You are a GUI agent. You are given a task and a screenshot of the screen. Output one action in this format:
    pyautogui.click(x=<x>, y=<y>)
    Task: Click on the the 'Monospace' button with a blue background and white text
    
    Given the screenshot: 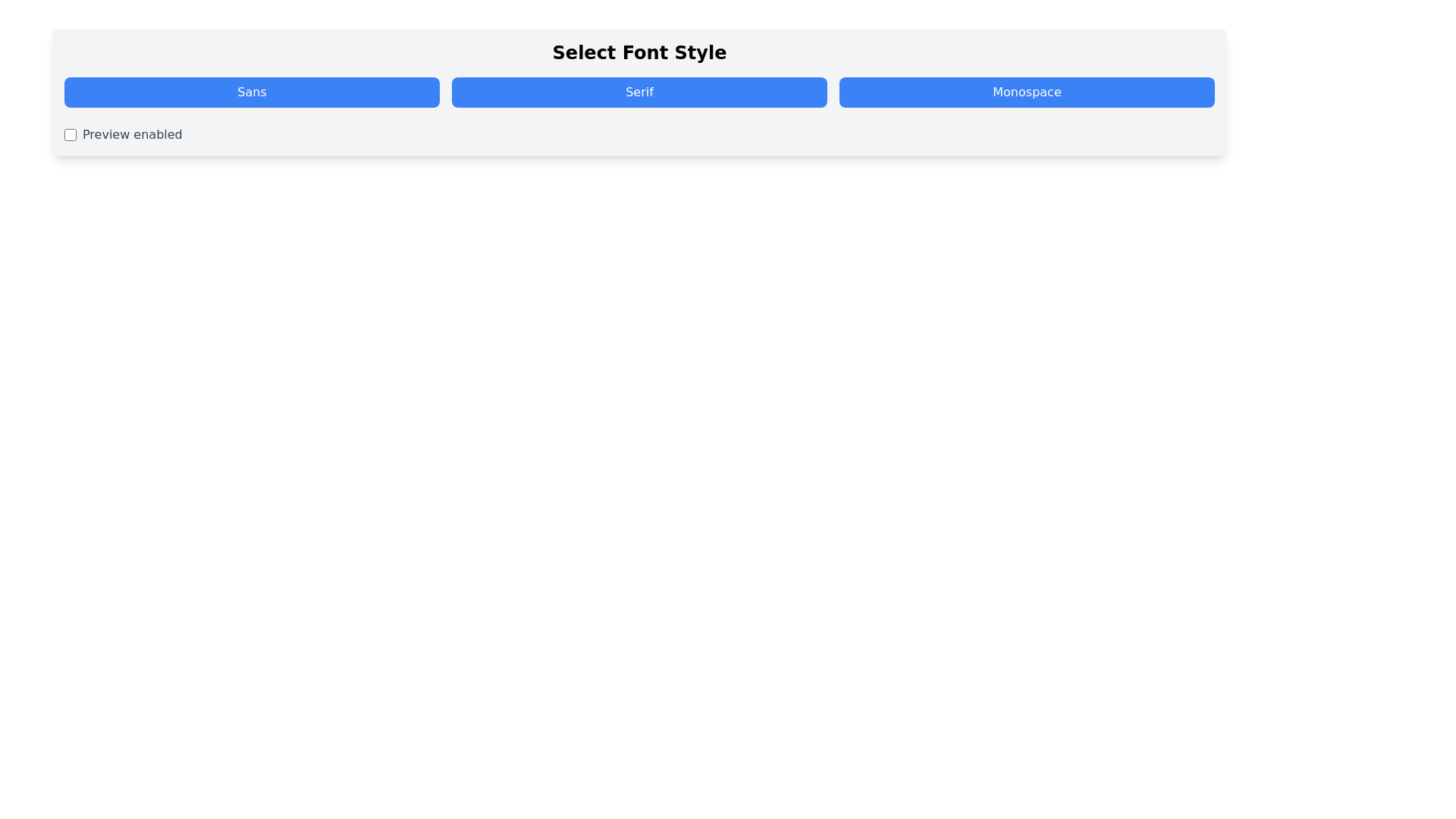 What is the action you would take?
    pyautogui.click(x=1027, y=93)
    